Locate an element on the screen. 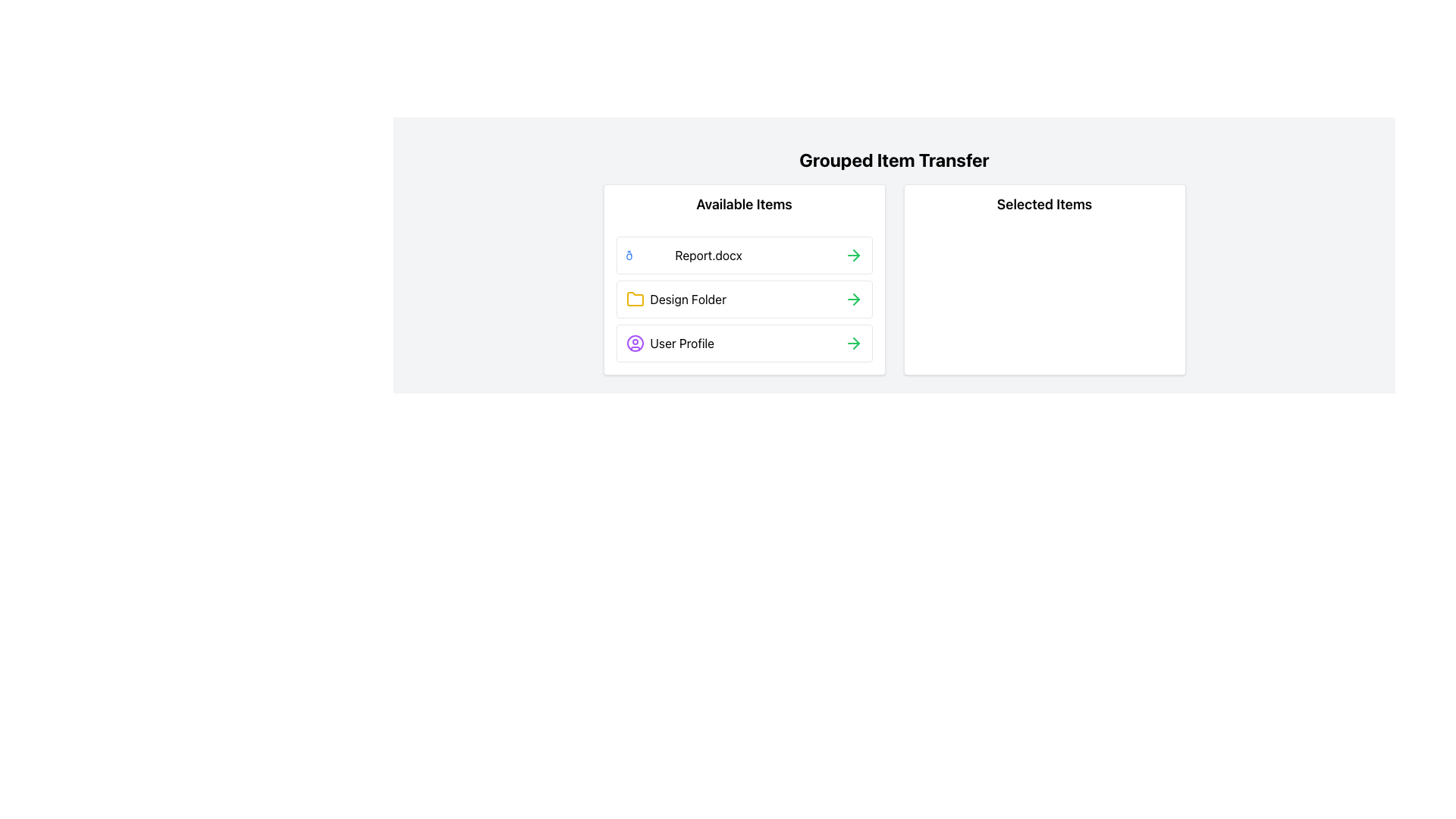 Image resolution: width=1456 pixels, height=819 pixels. the 'Design Folder' list item, which is the second item is located at coordinates (675, 299).